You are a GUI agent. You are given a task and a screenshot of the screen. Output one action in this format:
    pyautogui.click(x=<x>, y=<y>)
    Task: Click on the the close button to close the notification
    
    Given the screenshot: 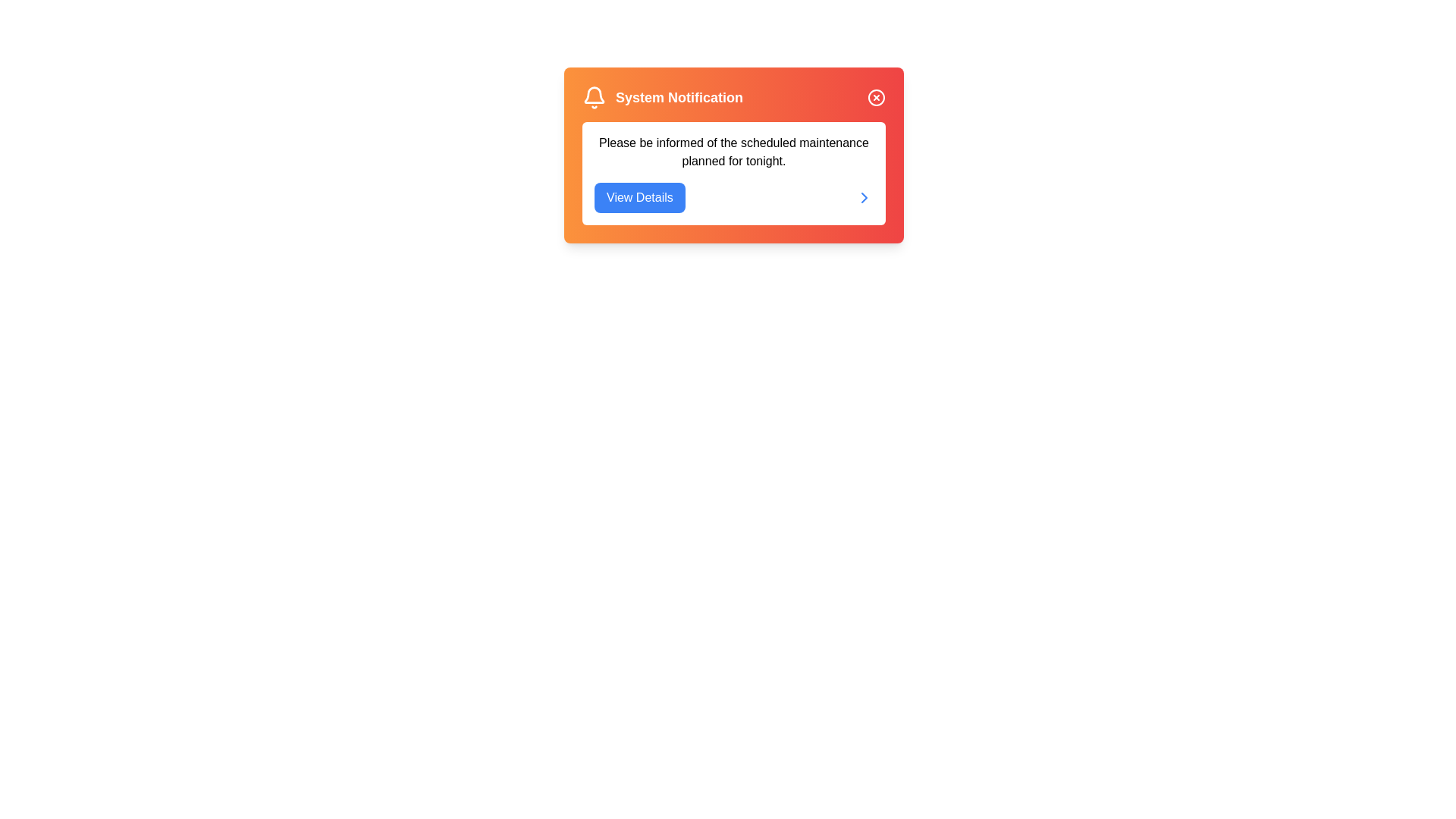 What is the action you would take?
    pyautogui.click(x=877, y=97)
    